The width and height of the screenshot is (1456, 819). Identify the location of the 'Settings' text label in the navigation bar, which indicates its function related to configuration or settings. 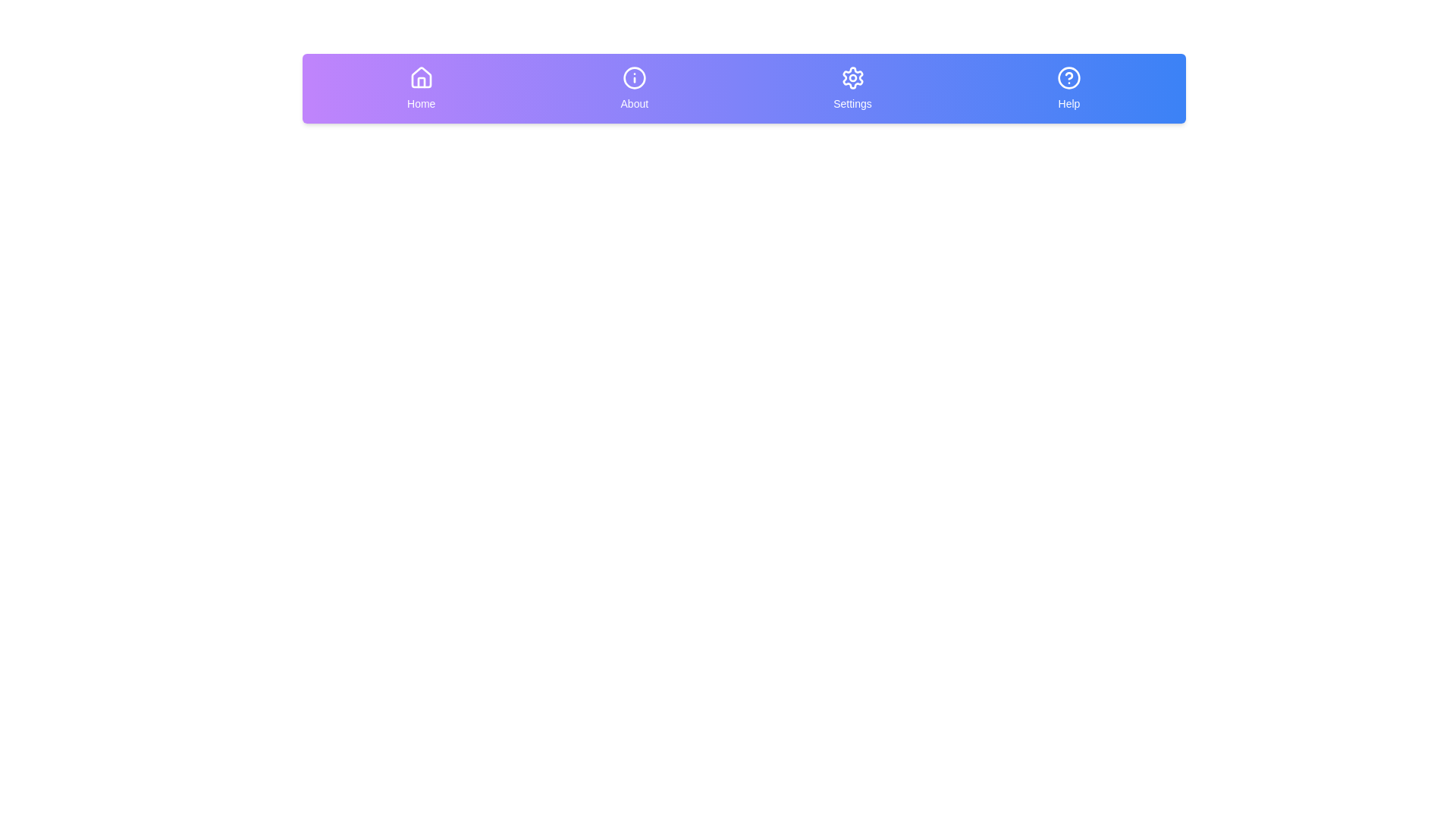
(852, 103).